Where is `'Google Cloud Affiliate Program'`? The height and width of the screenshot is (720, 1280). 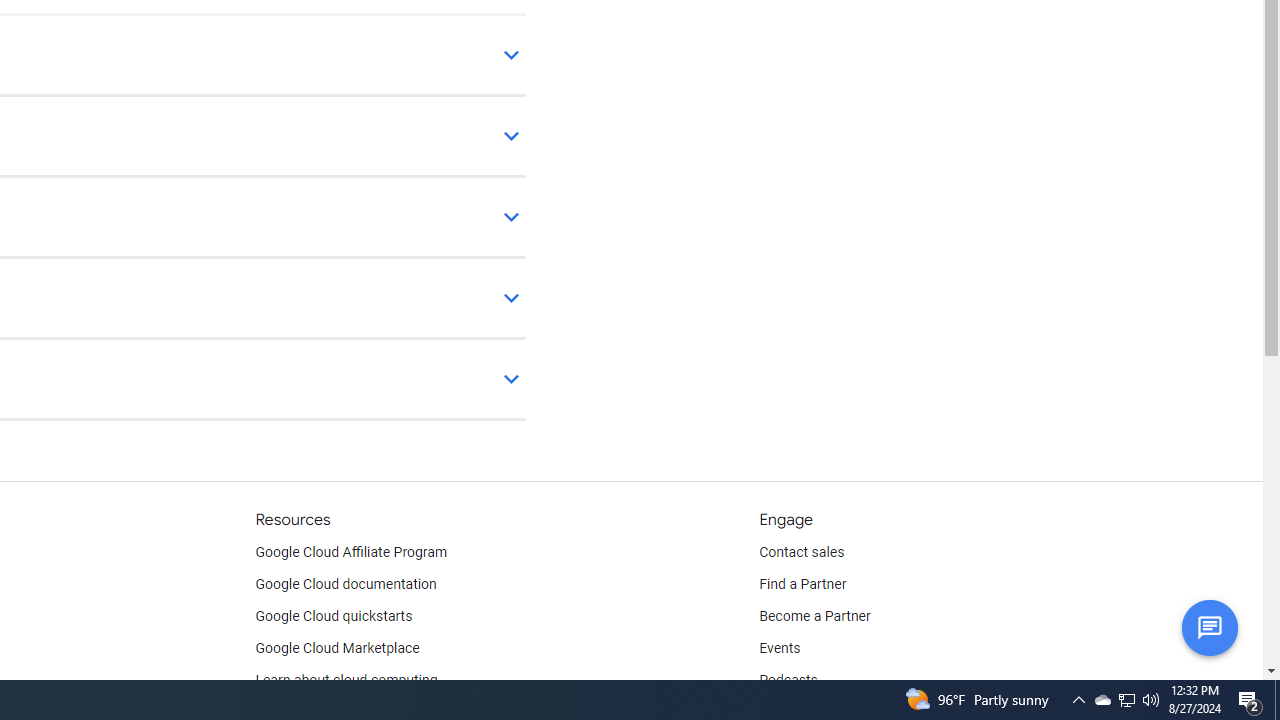
'Google Cloud Affiliate Program' is located at coordinates (351, 552).